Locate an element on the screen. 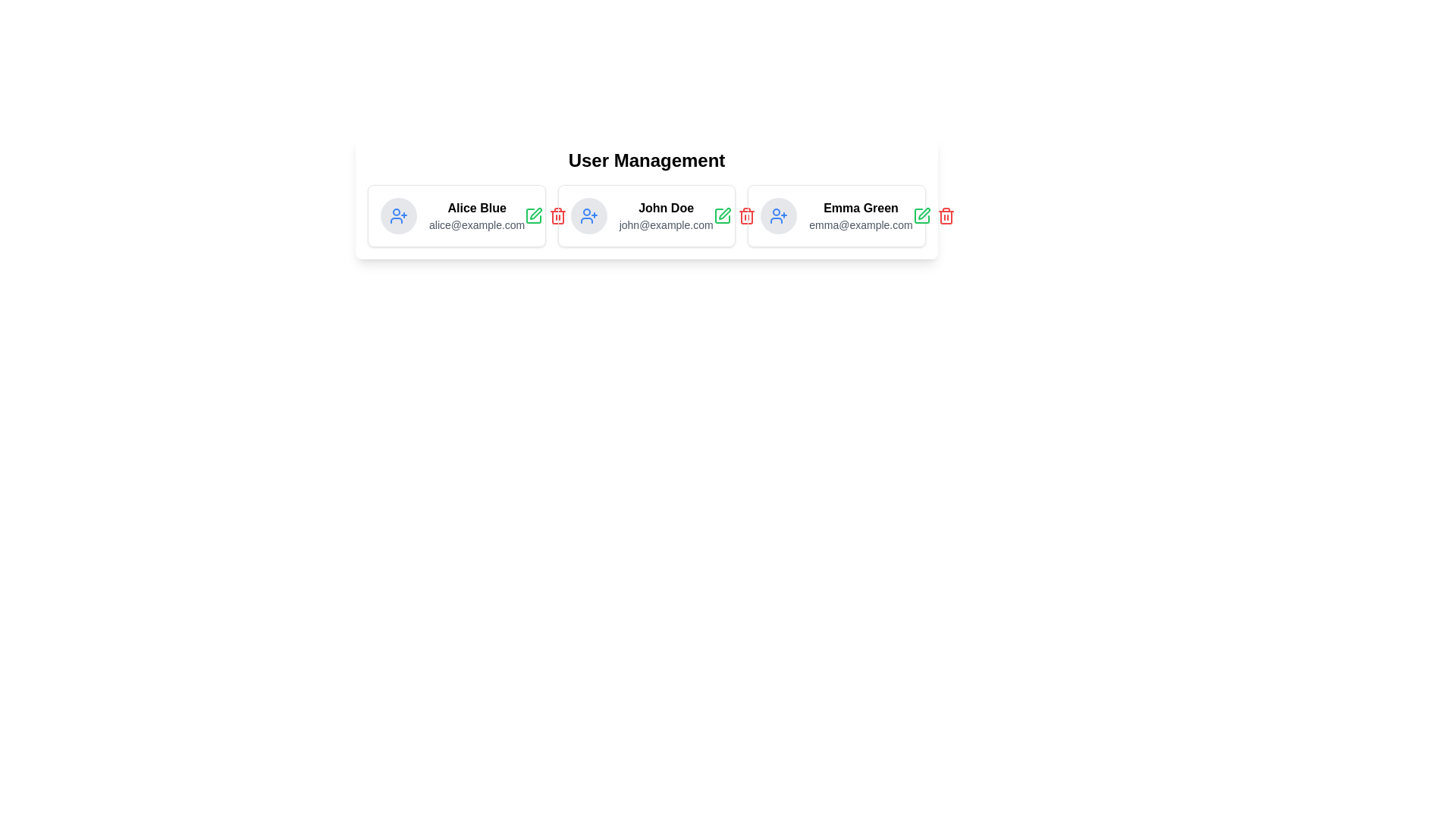 The width and height of the screenshot is (1456, 819). the text display element that shows 'alice@example.com', which is located under the user name 'Alice Blue' in the user card layout is located at coordinates (476, 225).